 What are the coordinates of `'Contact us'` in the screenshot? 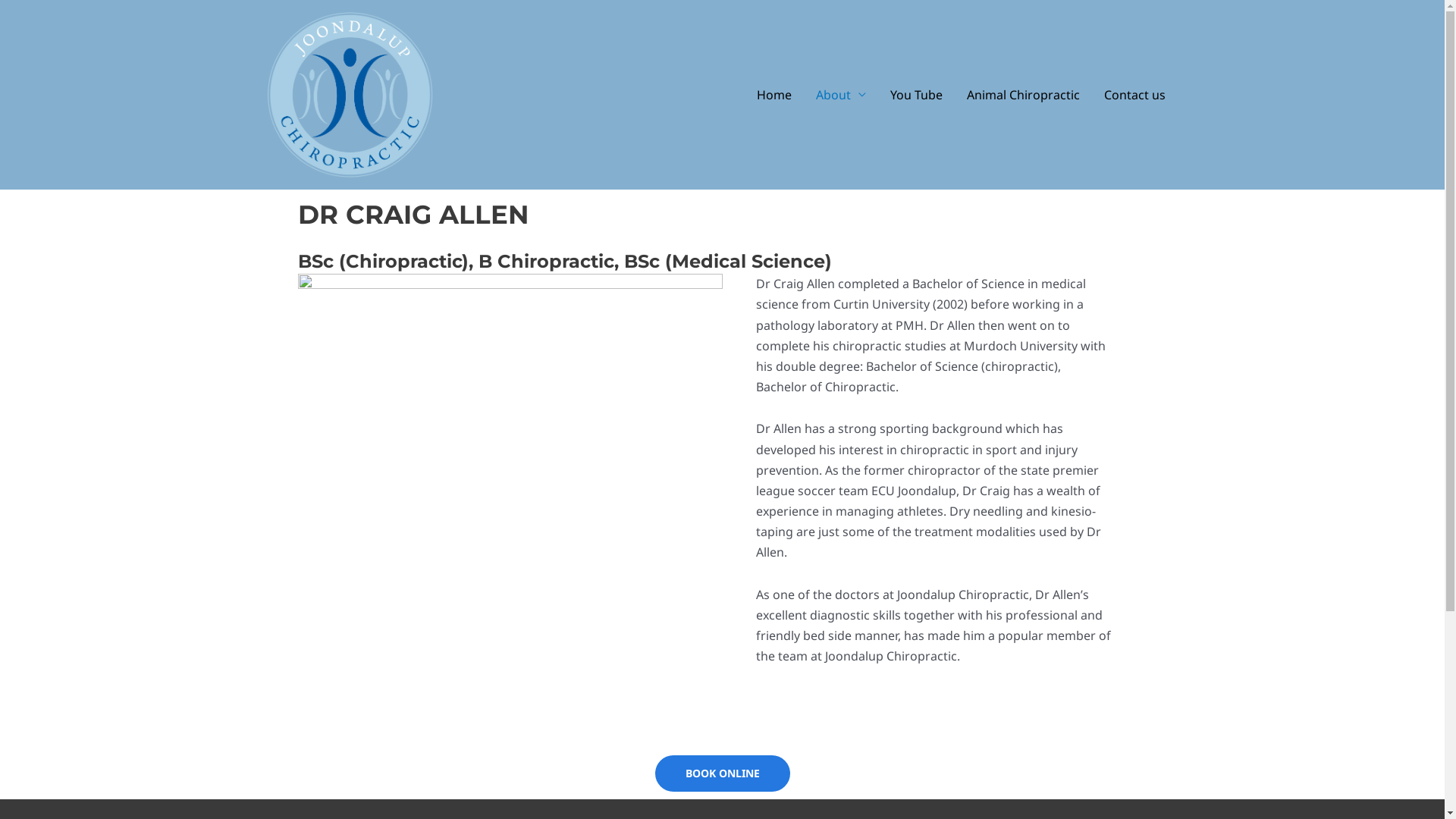 It's located at (1134, 94).